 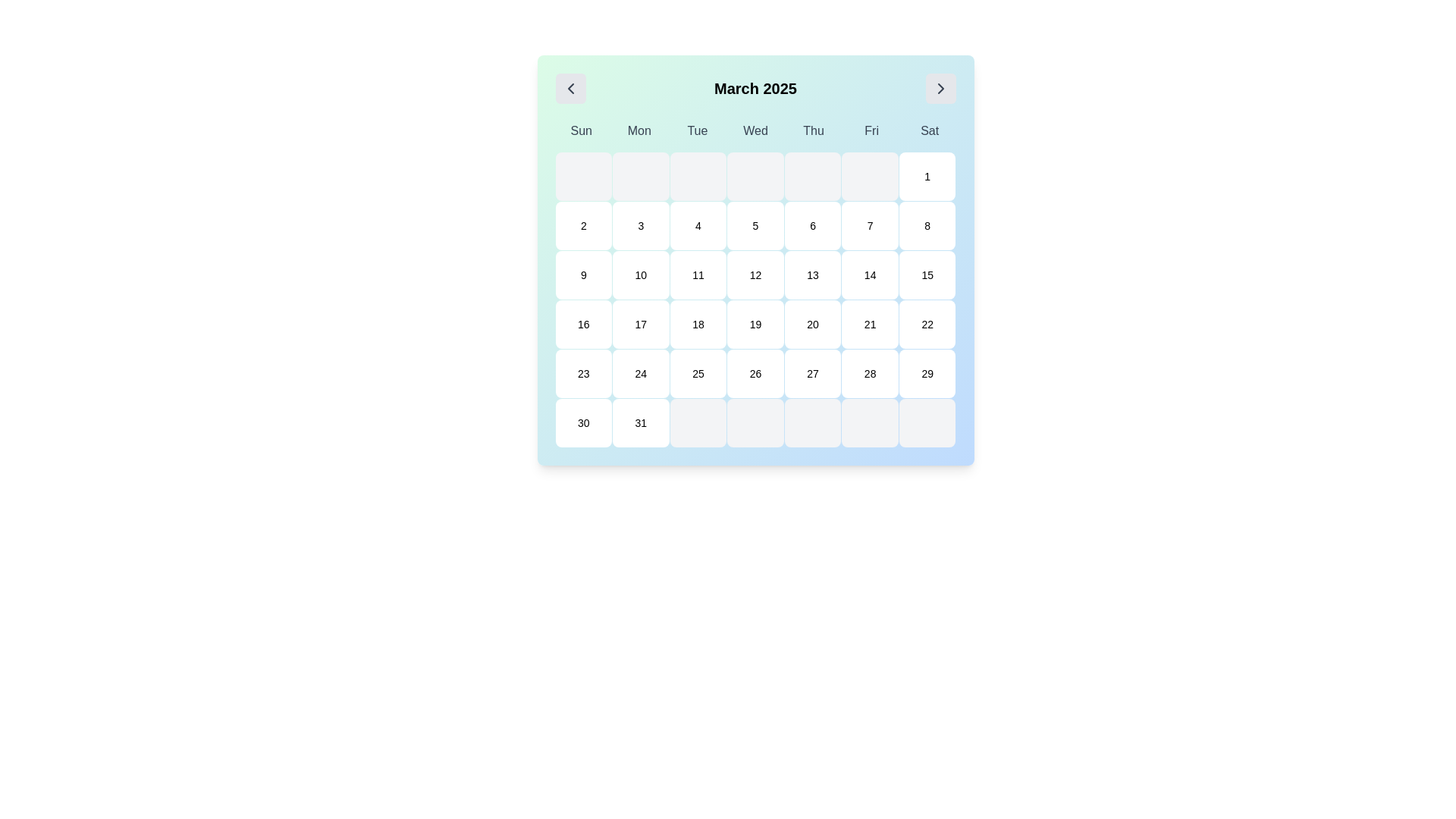 I want to click on the non-interactive calendar date cell located in the last row, third from the left, characterized by its square shape, light gray background, and rounded corners, so click(x=697, y=423).